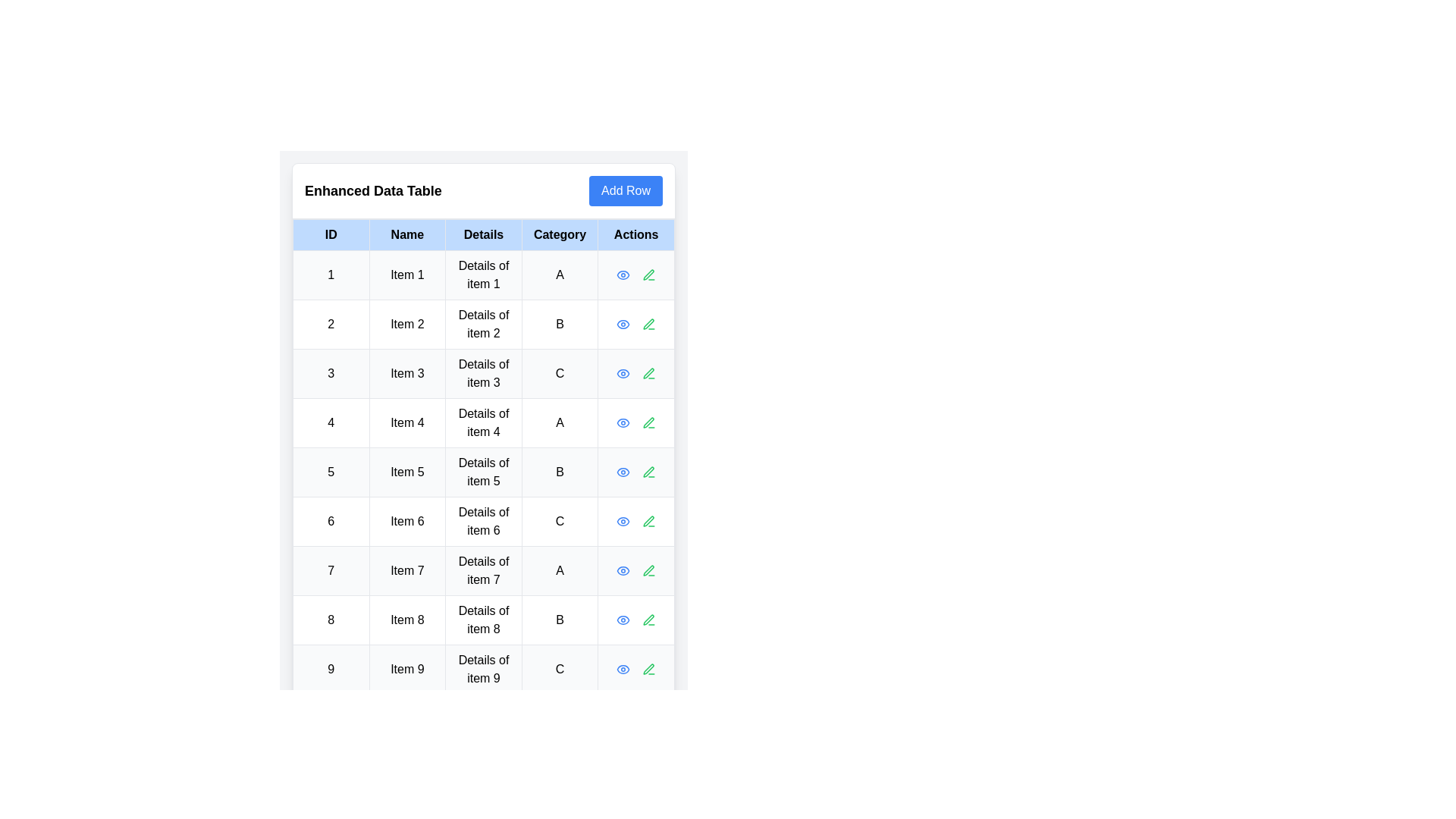 The height and width of the screenshot is (819, 1456). I want to click on the static text label representing additional details for Item 2 located in the 'Details' column of the second row in the table, so click(483, 324).